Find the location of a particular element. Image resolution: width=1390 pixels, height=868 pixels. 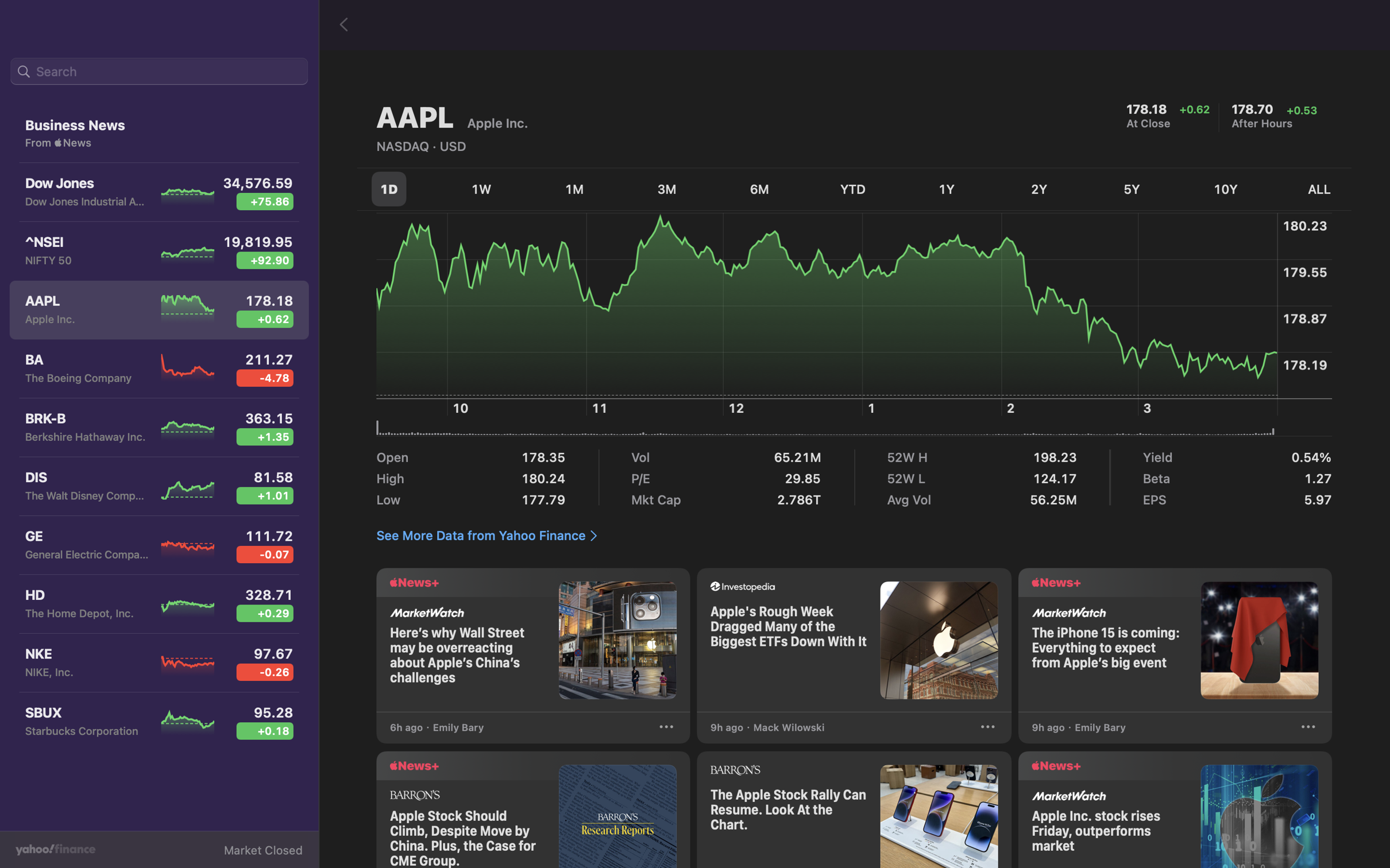

Interact with the "three dots" symbol to see more actions is located at coordinates (1307, 728).